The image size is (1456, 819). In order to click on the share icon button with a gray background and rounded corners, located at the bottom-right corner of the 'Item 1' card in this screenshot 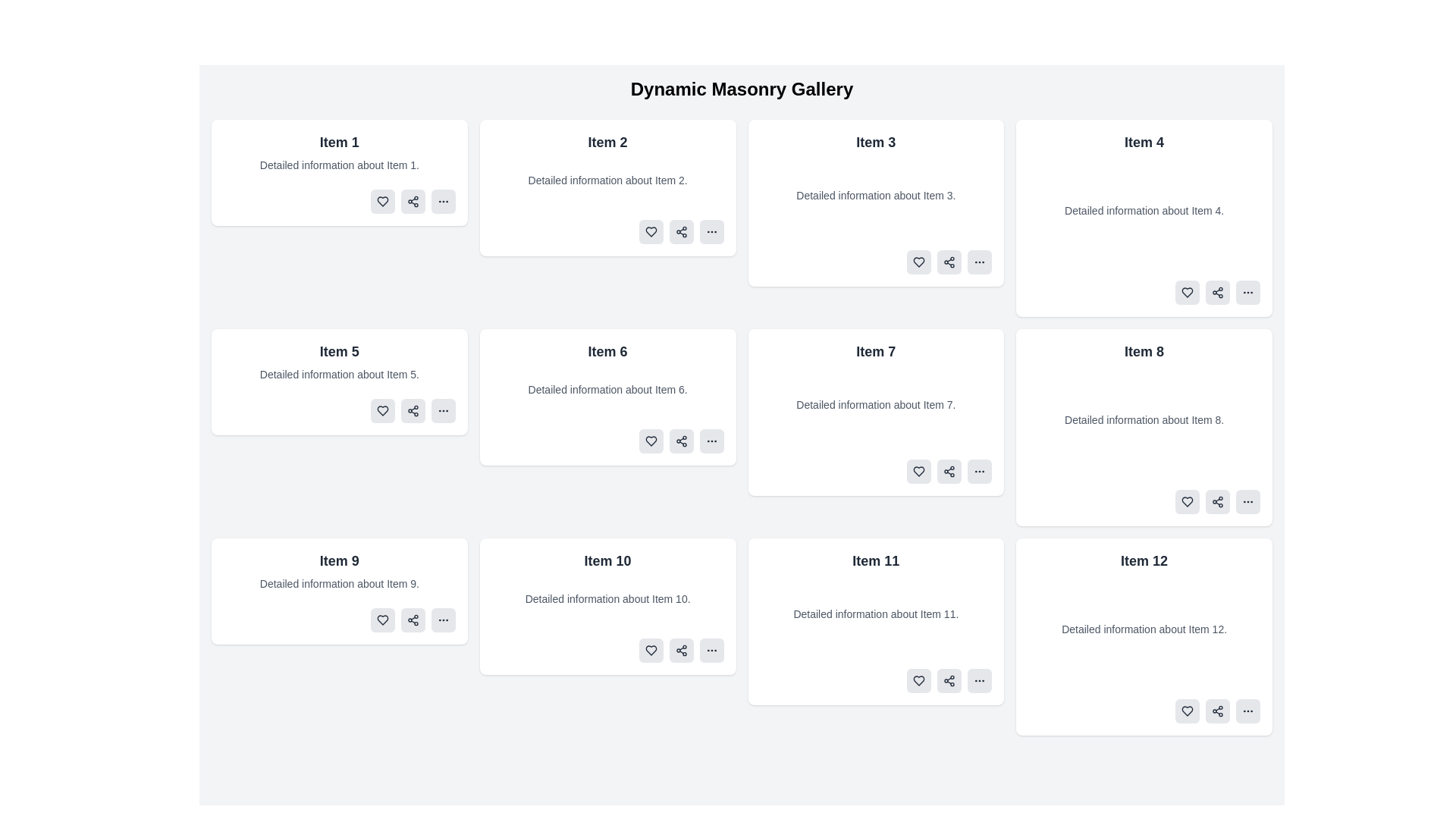, I will do `click(413, 201)`.